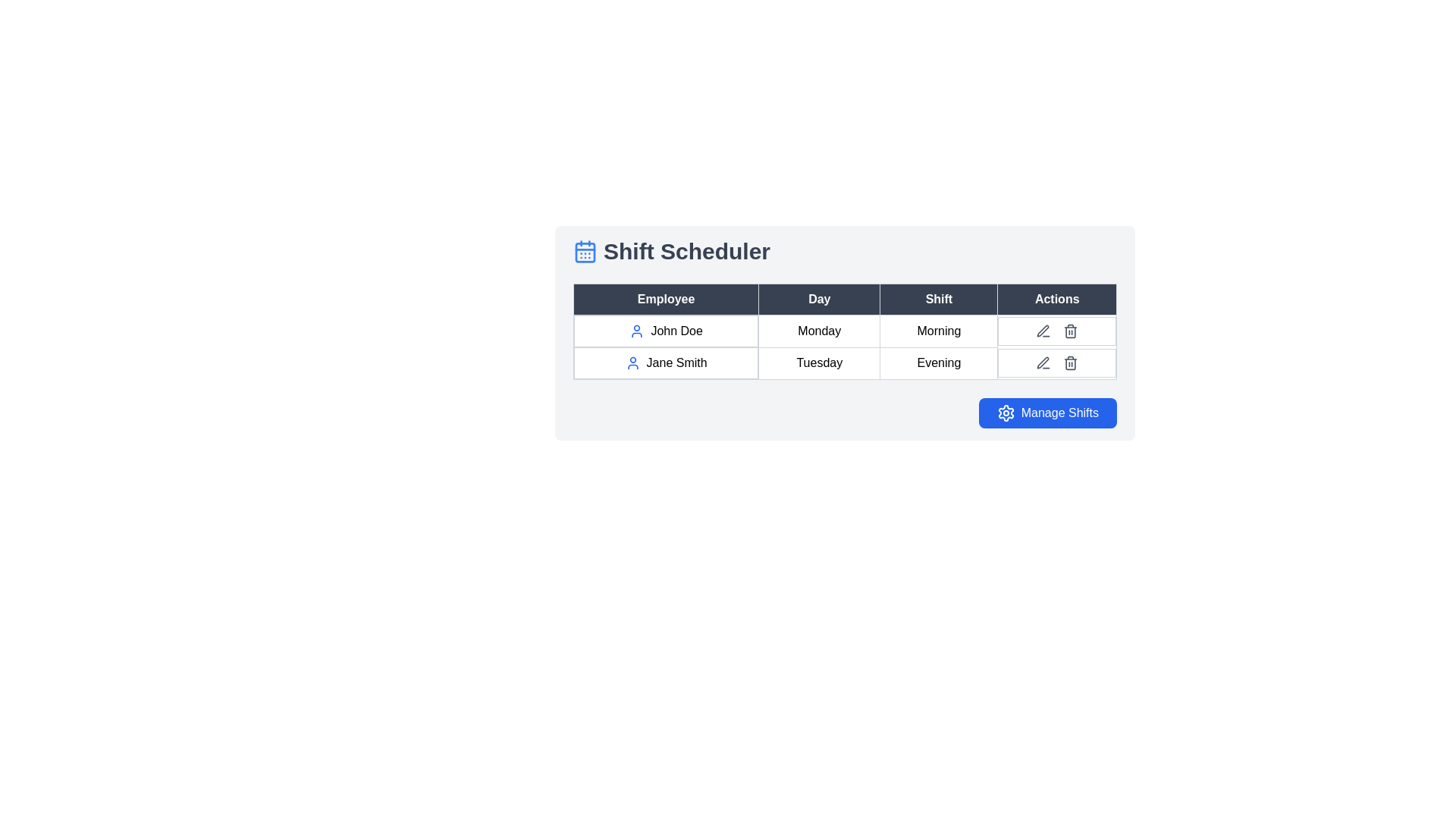 This screenshot has width=1456, height=819. Describe the element at coordinates (1042, 330) in the screenshot. I see `the edit icon represented by a pen-like graphic in the 'Actions' column of the second row of the table` at that location.